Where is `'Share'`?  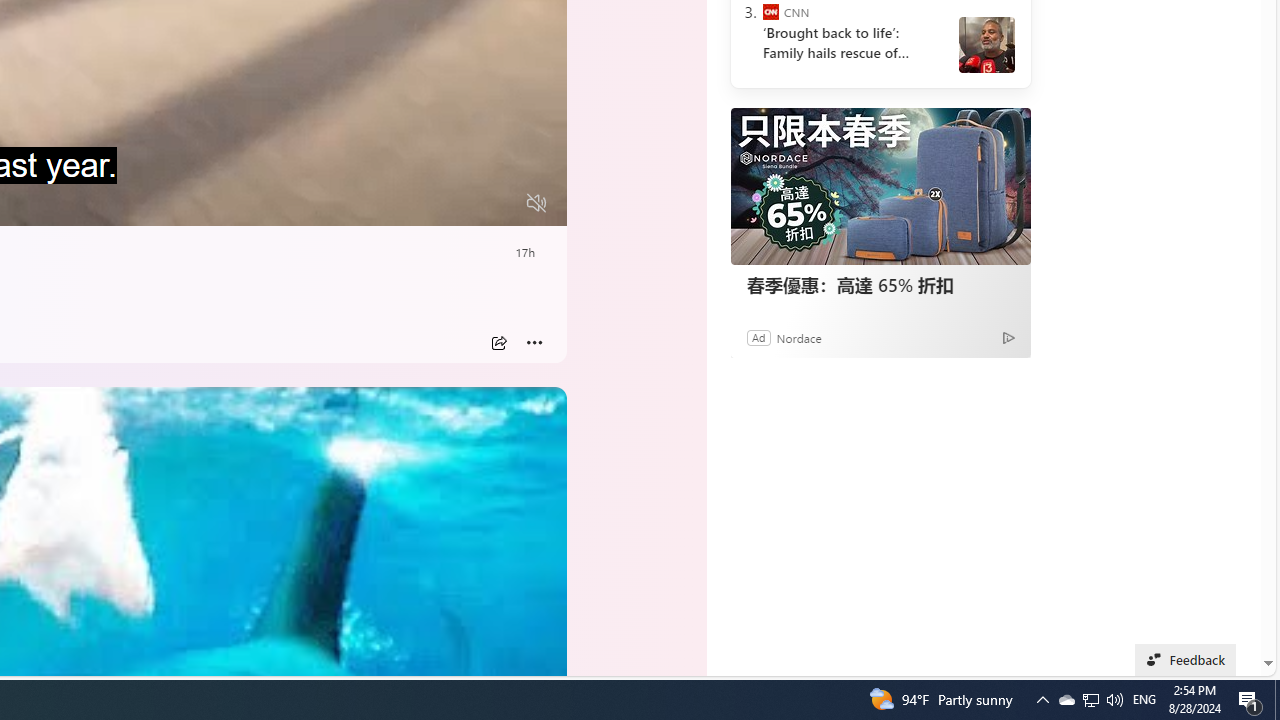
'Share' is located at coordinates (498, 342).